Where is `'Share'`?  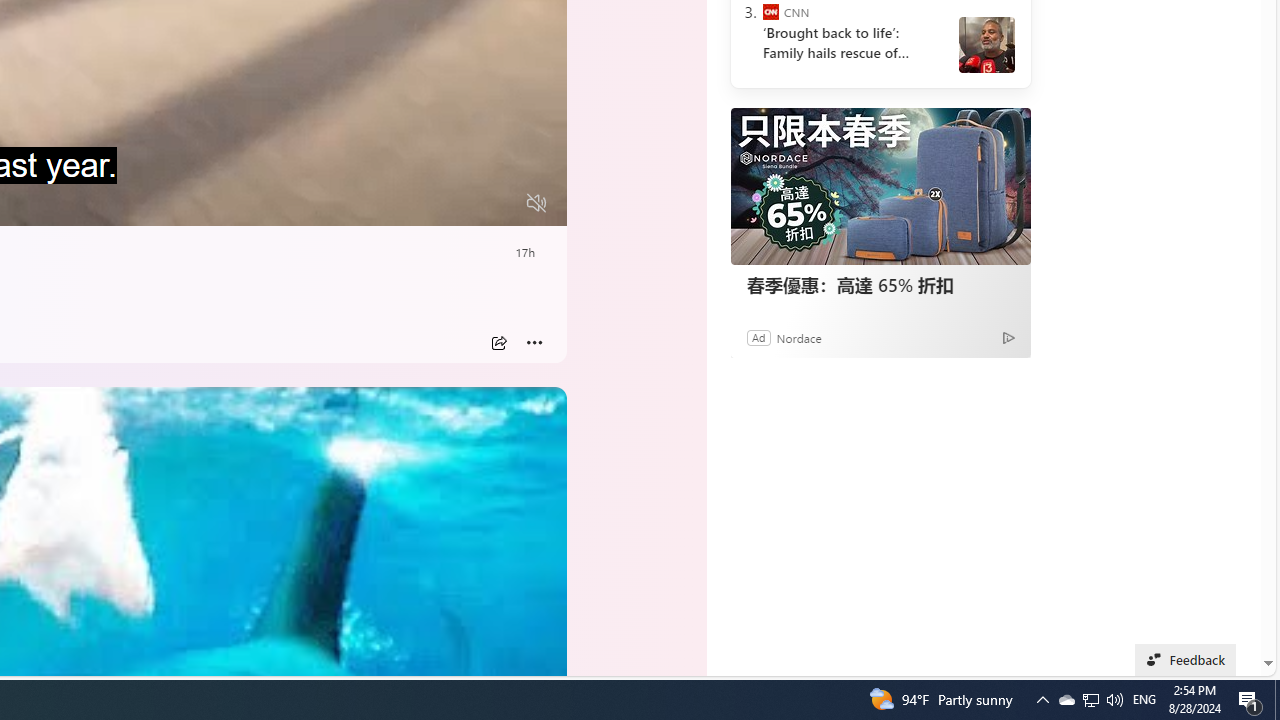
'Share' is located at coordinates (498, 342).